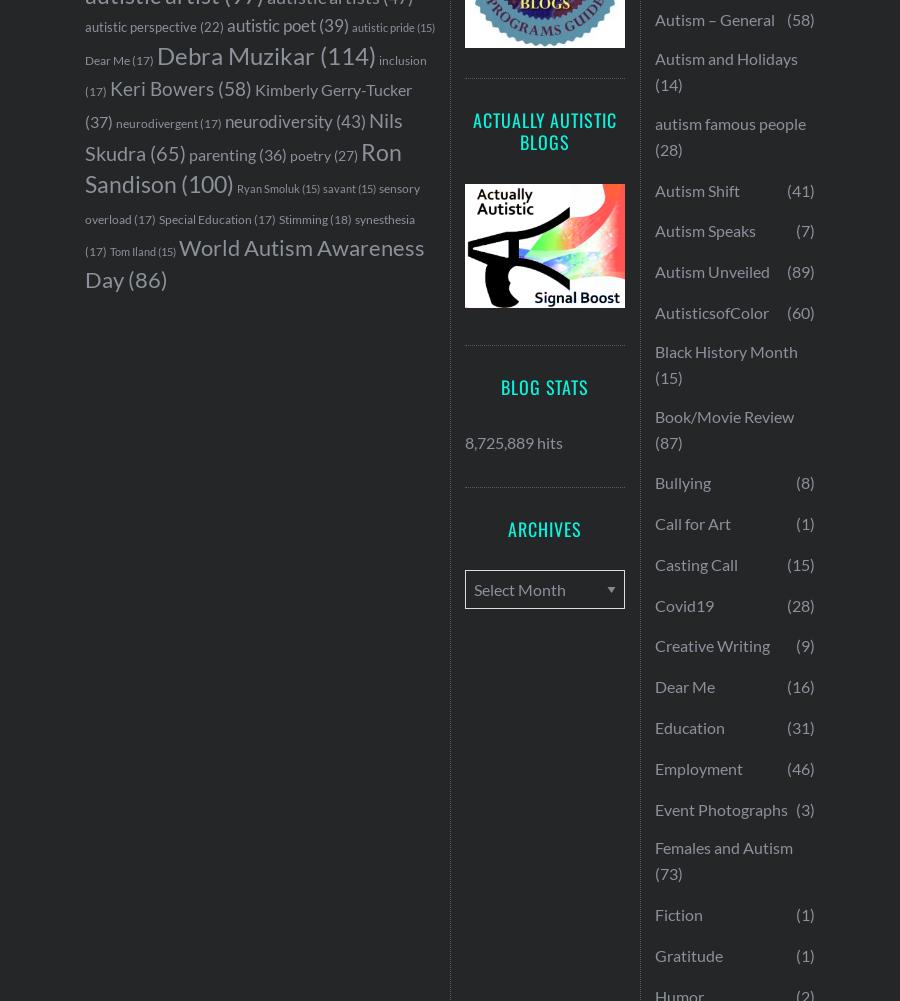 Image resolution: width=900 pixels, height=1001 pixels. What do you see at coordinates (795, 229) in the screenshot?
I see `'(7)'` at bounding box center [795, 229].